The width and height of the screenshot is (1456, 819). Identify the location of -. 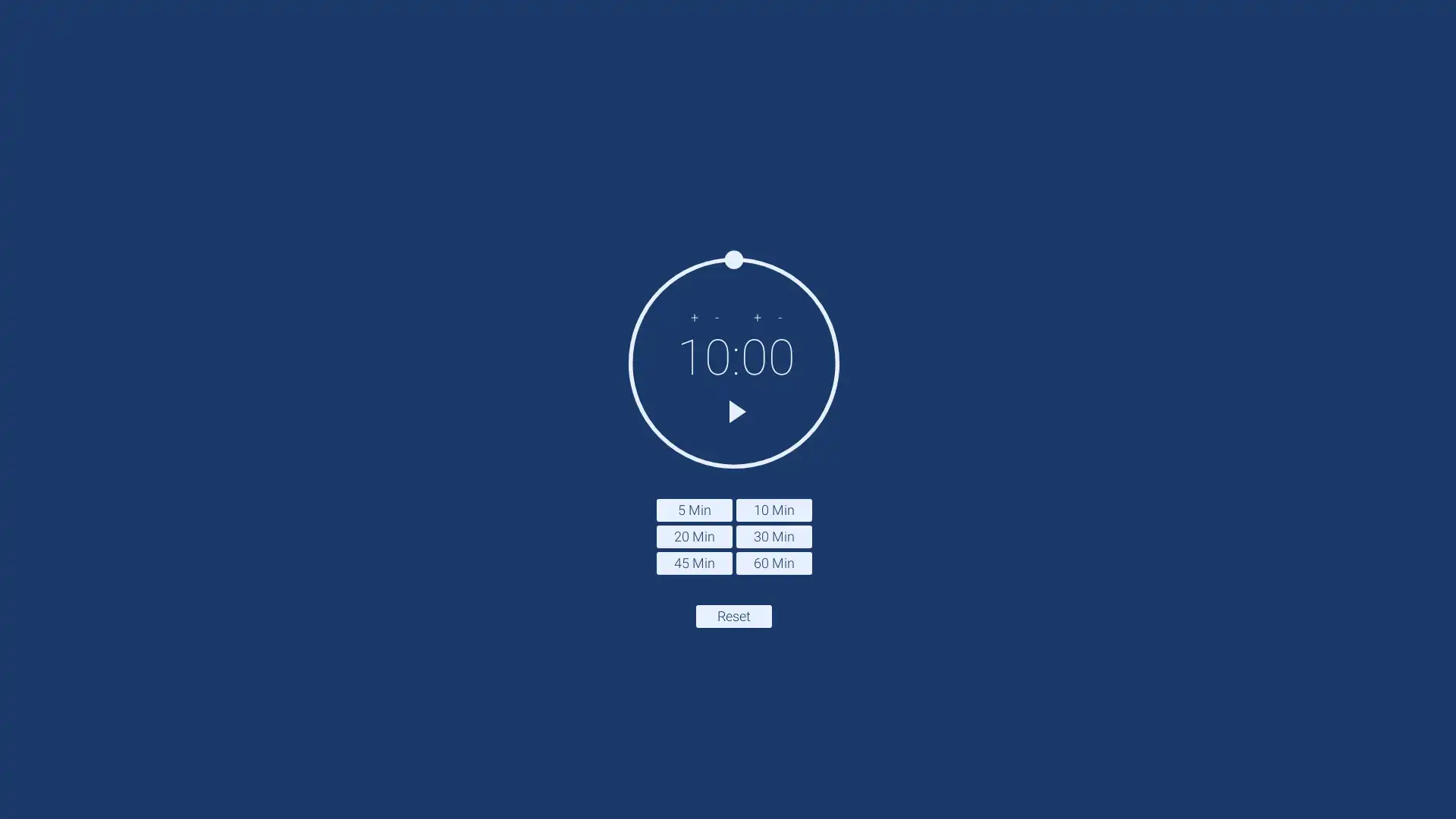
(716, 315).